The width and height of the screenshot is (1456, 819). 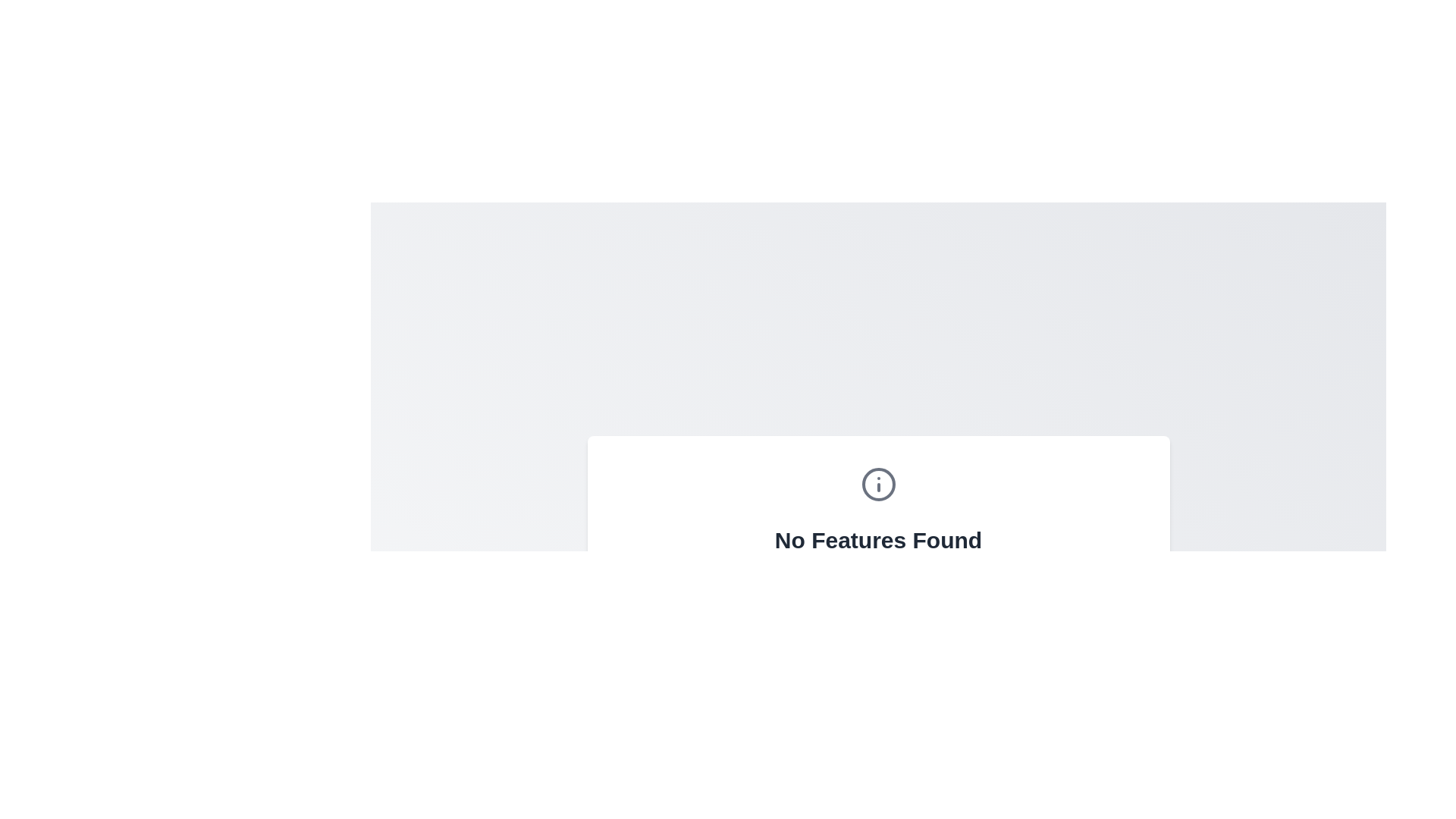 What do you see at coordinates (878, 485) in the screenshot?
I see `the alert icon located centrally above the heading text 'No Features Found' in the card interface` at bounding box center [878, 485].